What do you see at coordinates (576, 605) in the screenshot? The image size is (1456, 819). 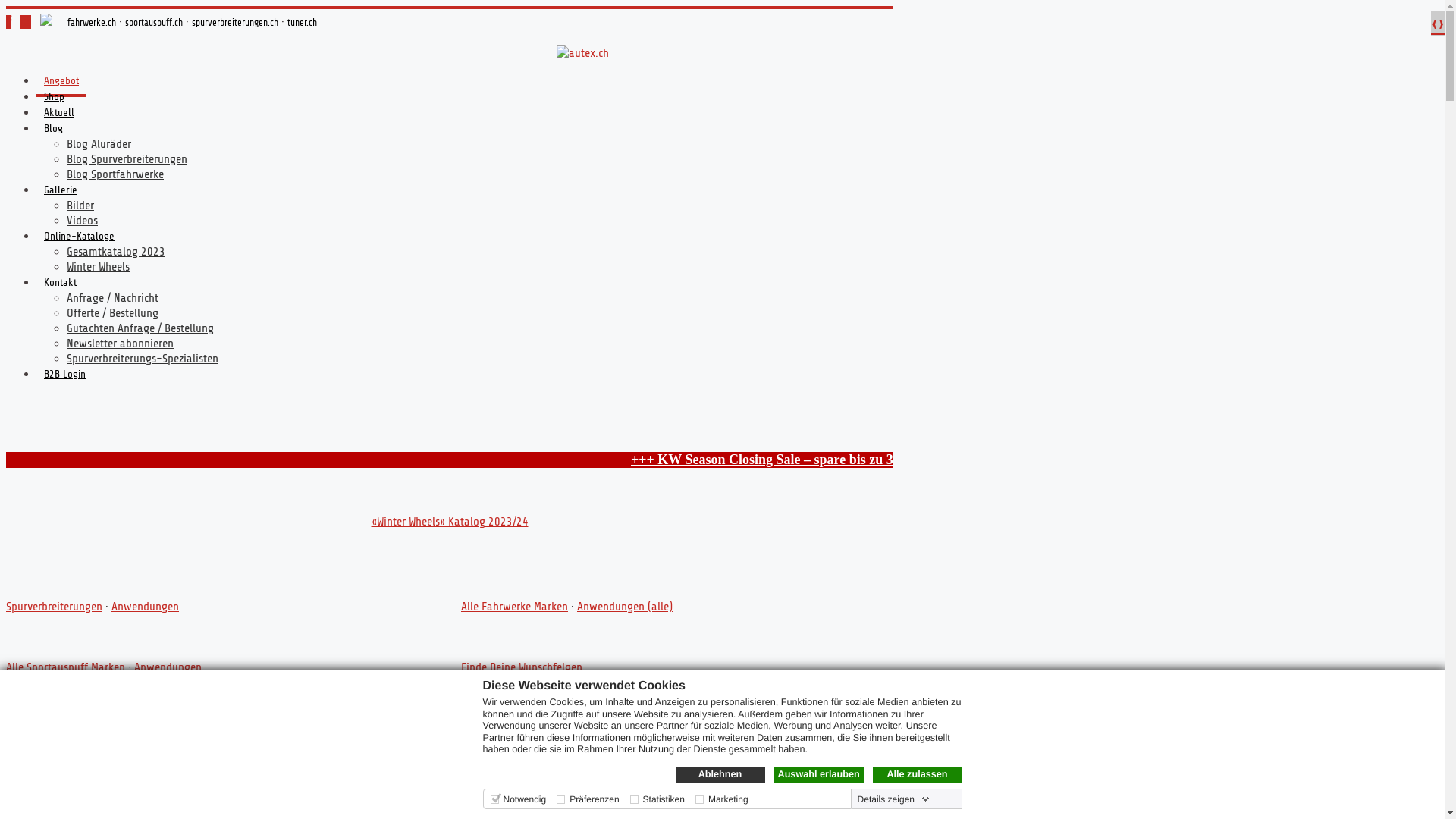 I see `'Anwendungen (alle)'` at bounding box center [576, 605].